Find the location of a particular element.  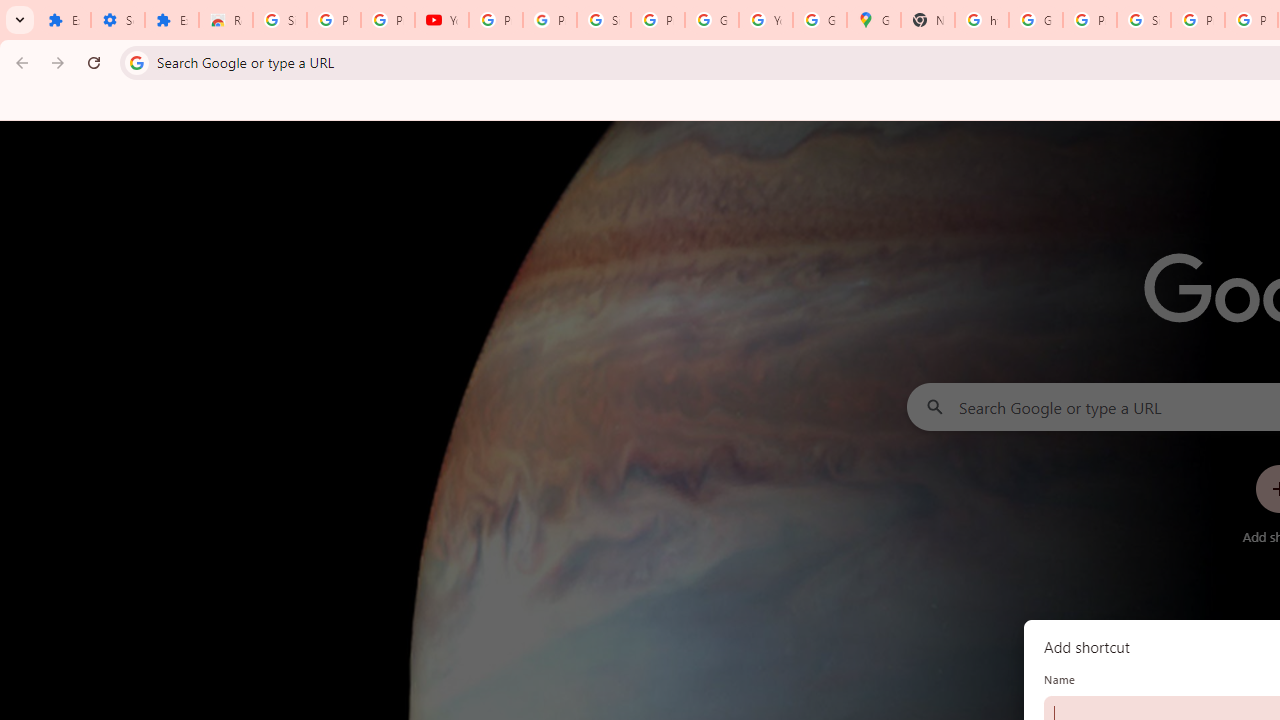

'Reviews: Helix Fruit Jump Arcade Game' is located at coordinates (225, 20).